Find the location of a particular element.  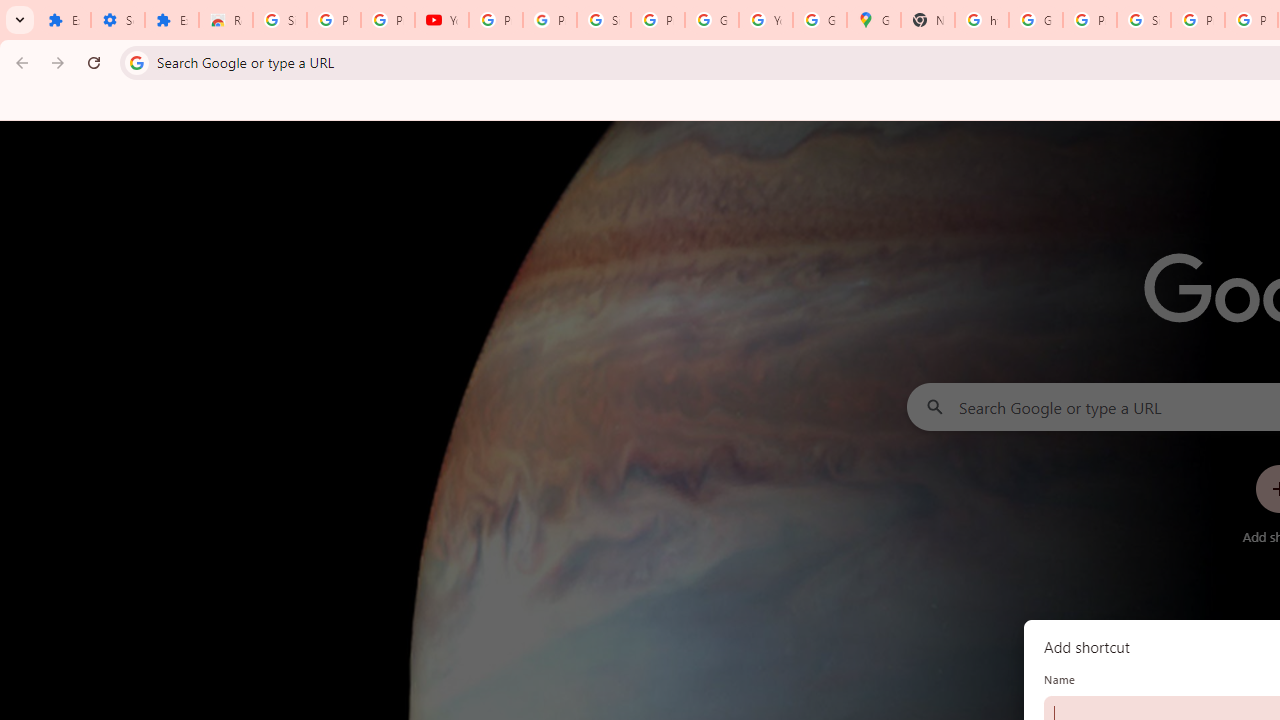

'Reviews: Helix Fruit Jump Arcade Game' is located at coordinates (225, 20).